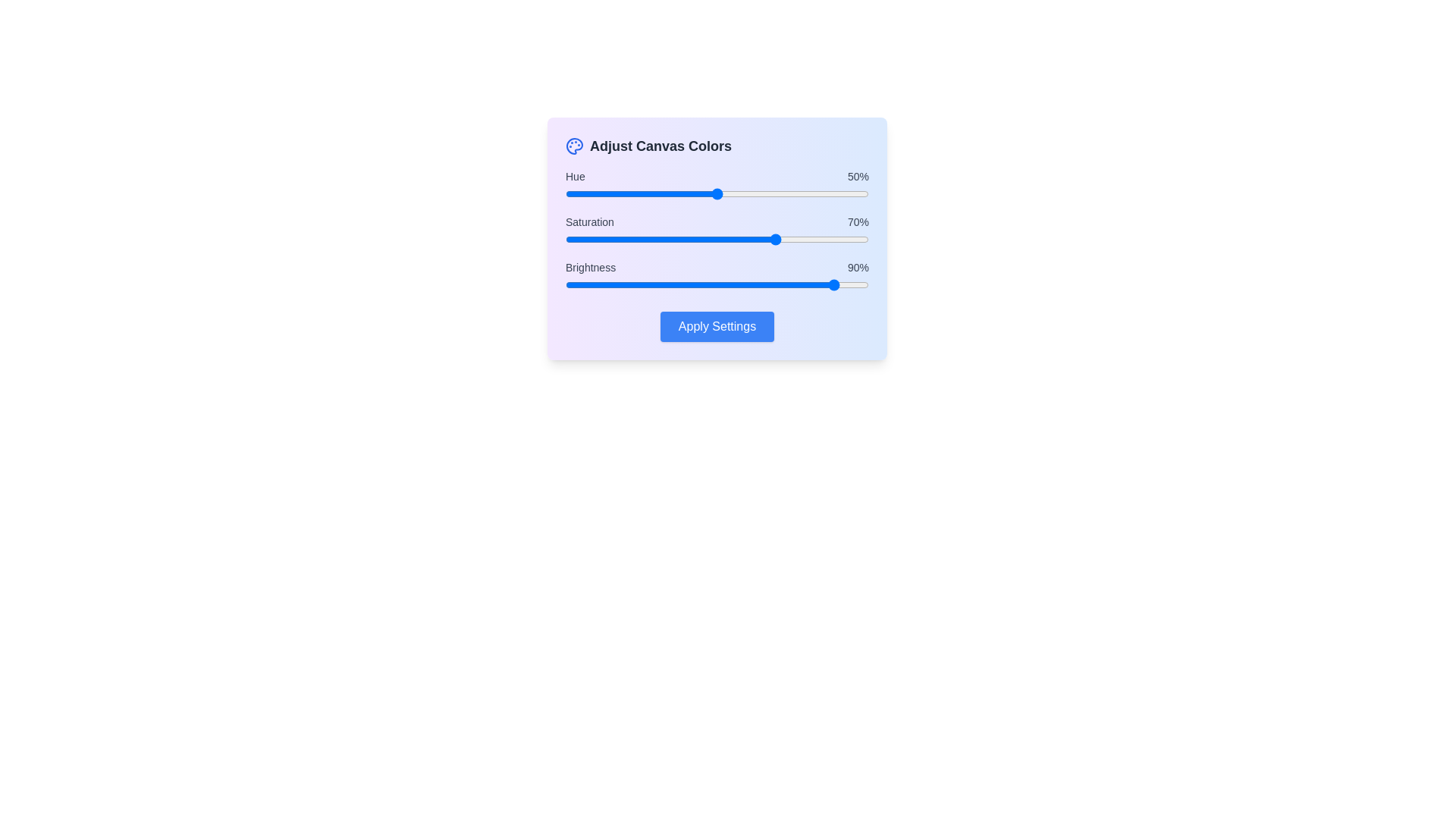 Image resolution: width=1456 pixels, height=819 pixels. Describe the element at coordinates (660, 146) in the screenshot. I see `the 'Adjust Canvas Colors' title` at that location.